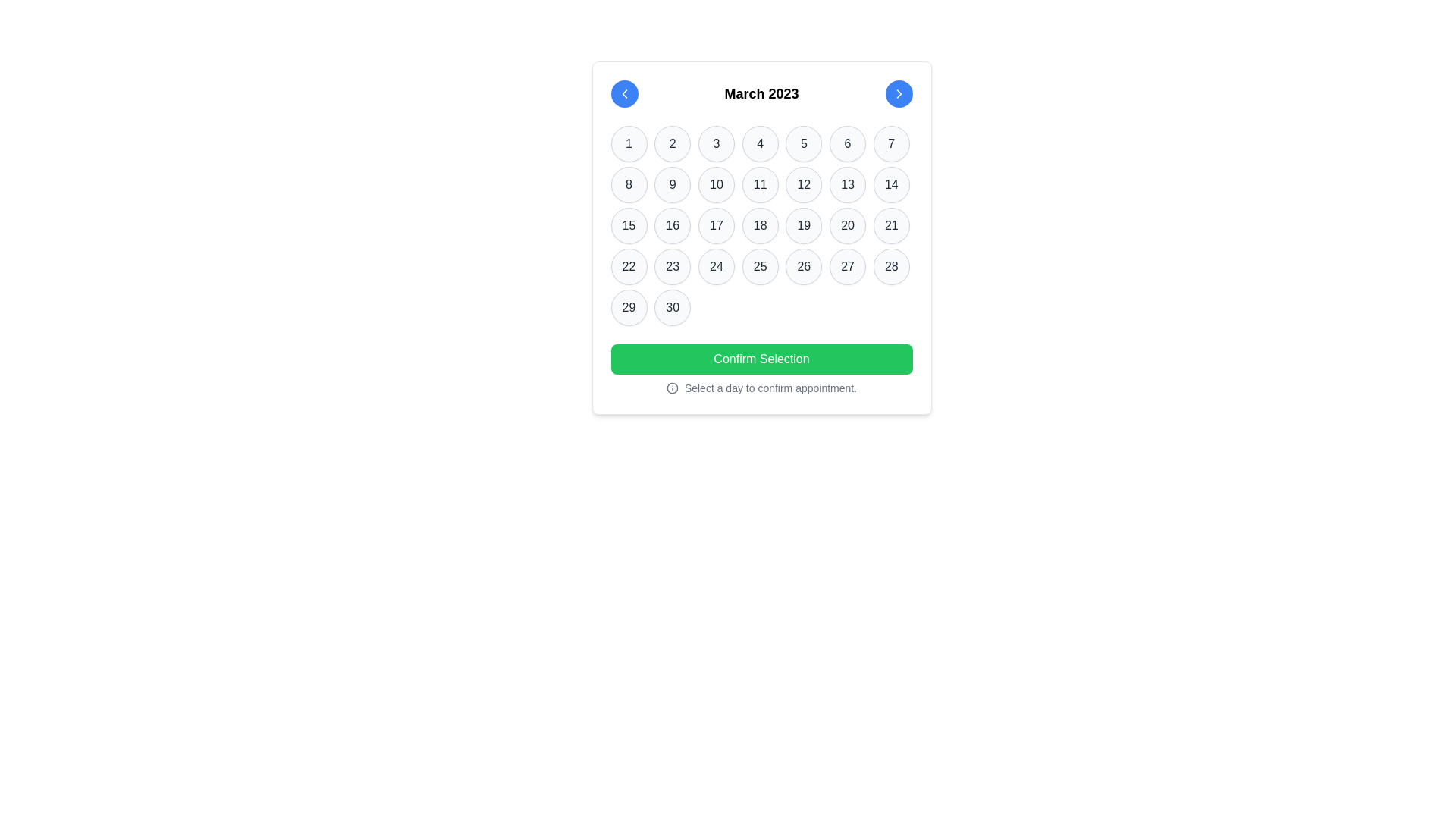 The width and height of the screenshot is (1456, 819). Describe the element at coordinates (760, 265) in the screenshot. I see `the circular button with the number '25' in a calendar date selector for keyboard navigation` at that location.